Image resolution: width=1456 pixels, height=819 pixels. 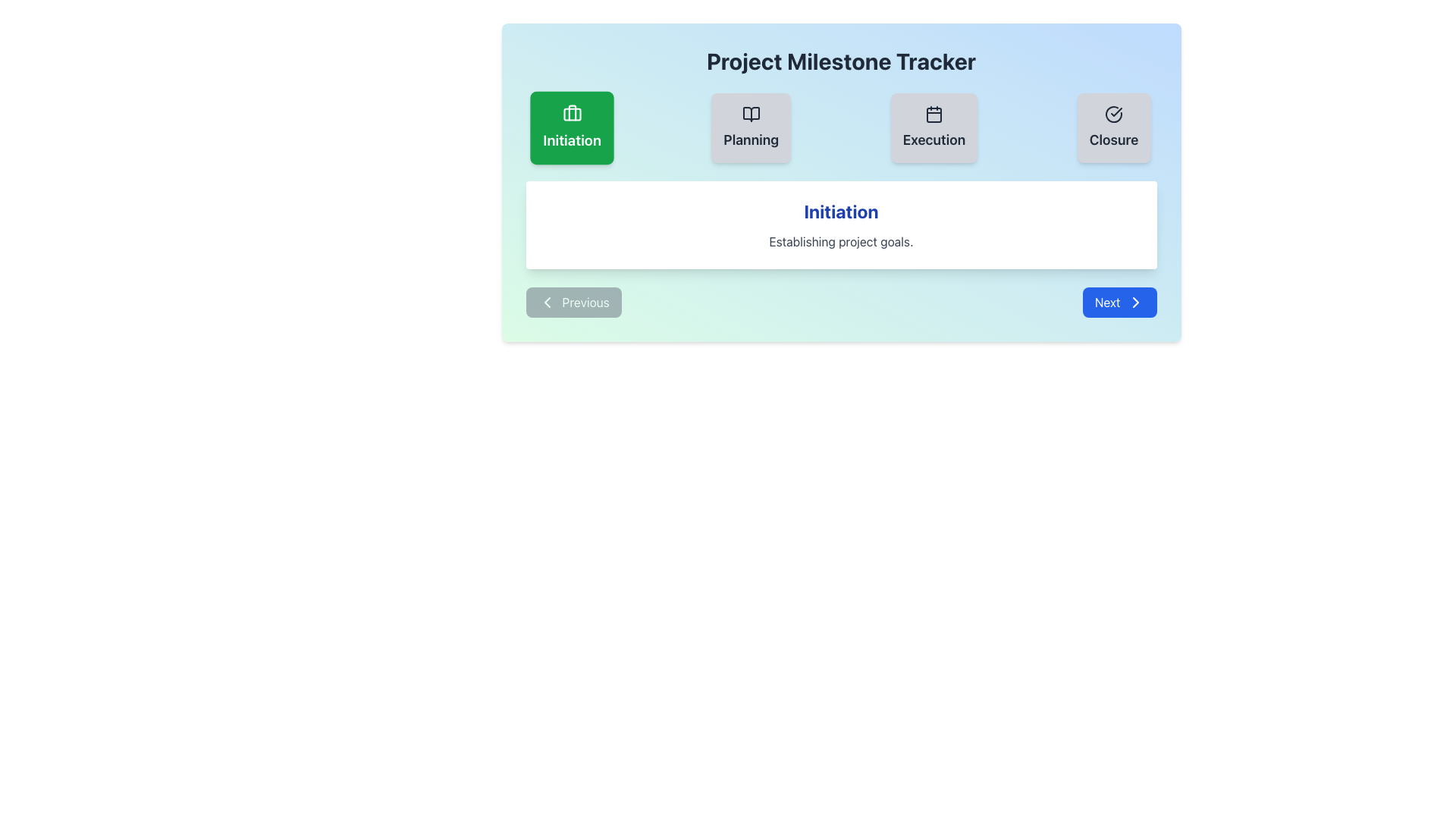 What do you see at coordinates (570, 127) in the screenshot?
I see `the 'Initiation' milestone indicator card` at bounding box center [570, 127].